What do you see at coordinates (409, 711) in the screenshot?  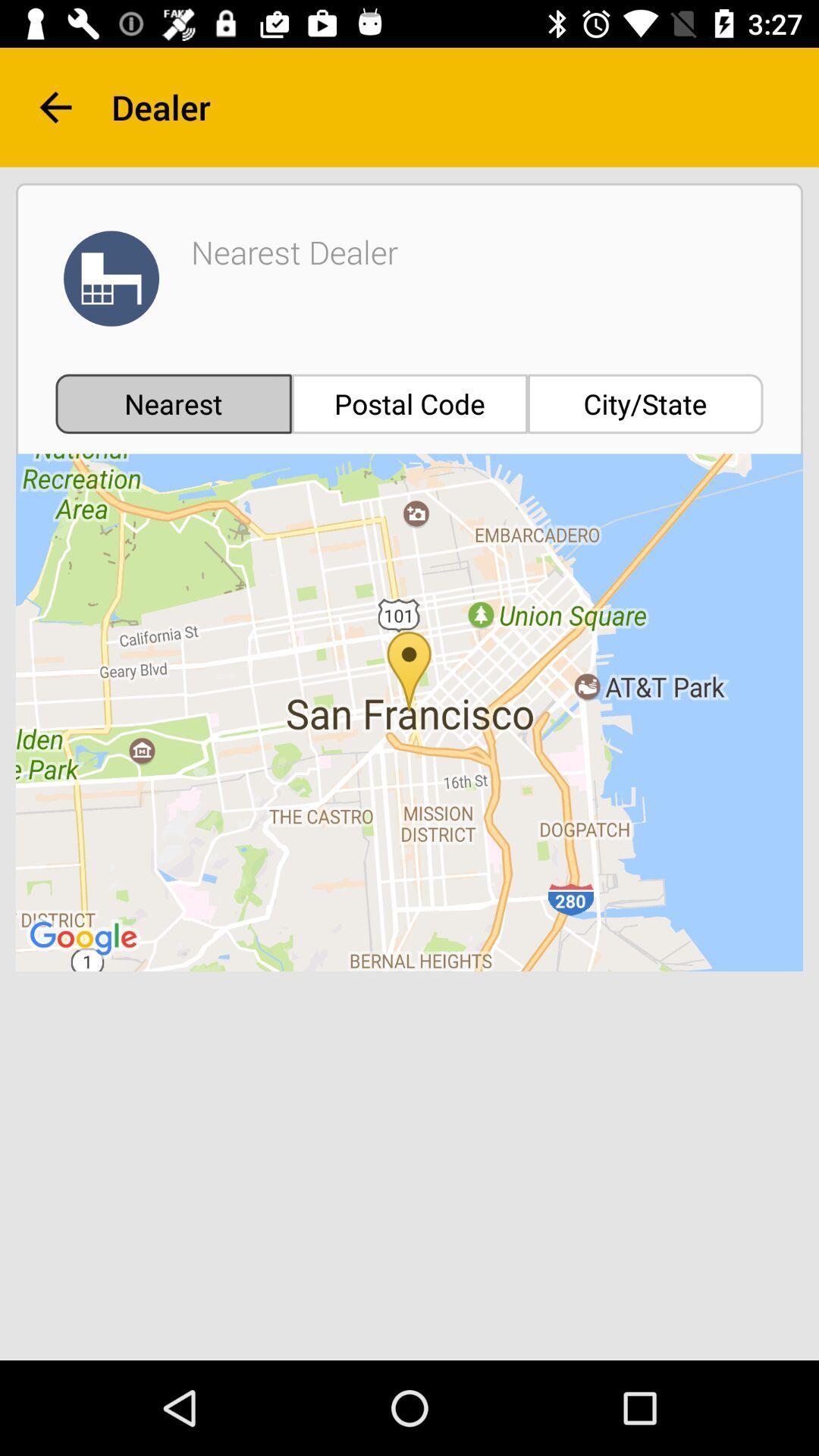 I see `icon at the center` at bounding box center [409, 711].